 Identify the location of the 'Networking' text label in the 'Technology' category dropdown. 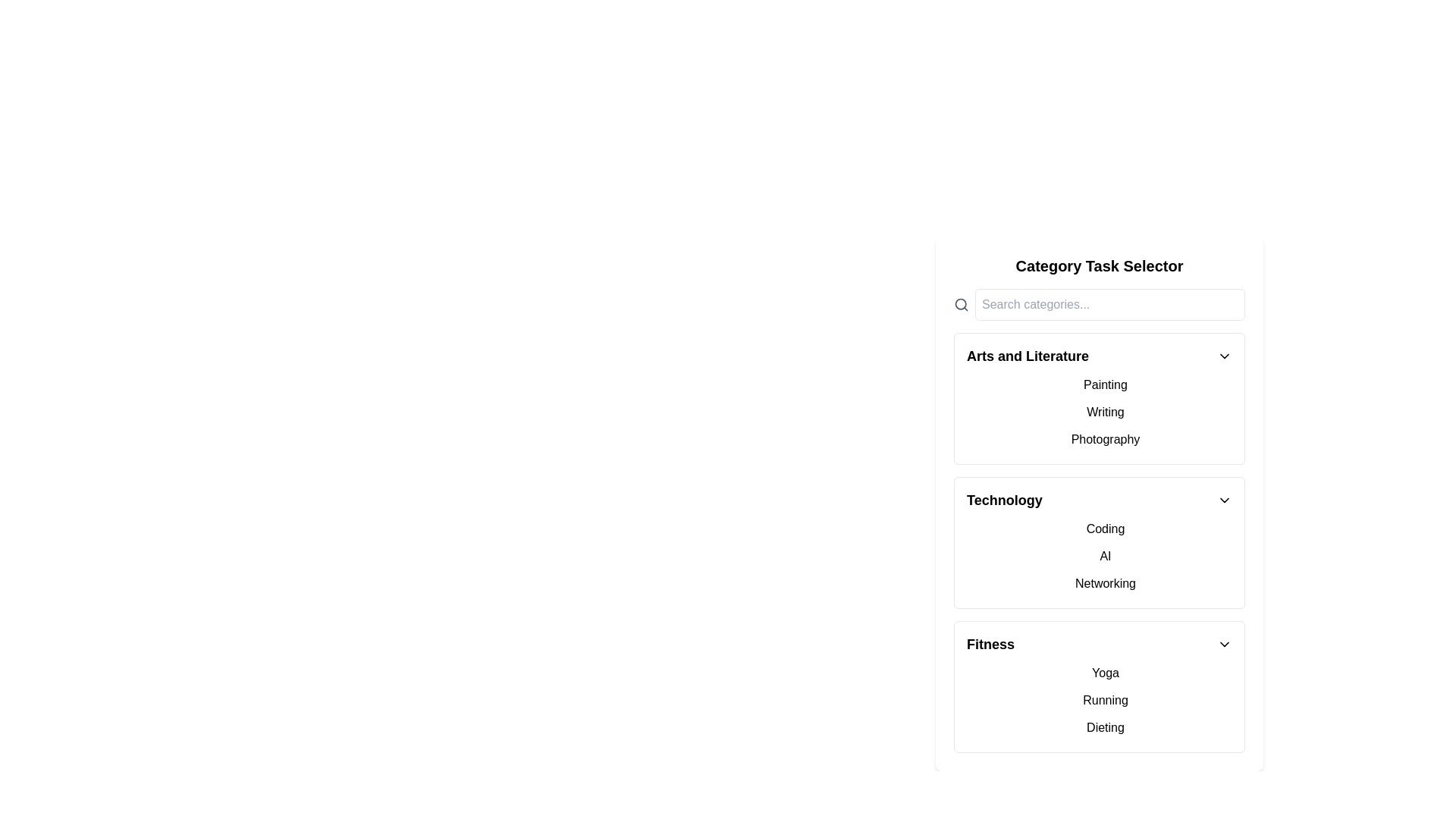
(1106, 583).